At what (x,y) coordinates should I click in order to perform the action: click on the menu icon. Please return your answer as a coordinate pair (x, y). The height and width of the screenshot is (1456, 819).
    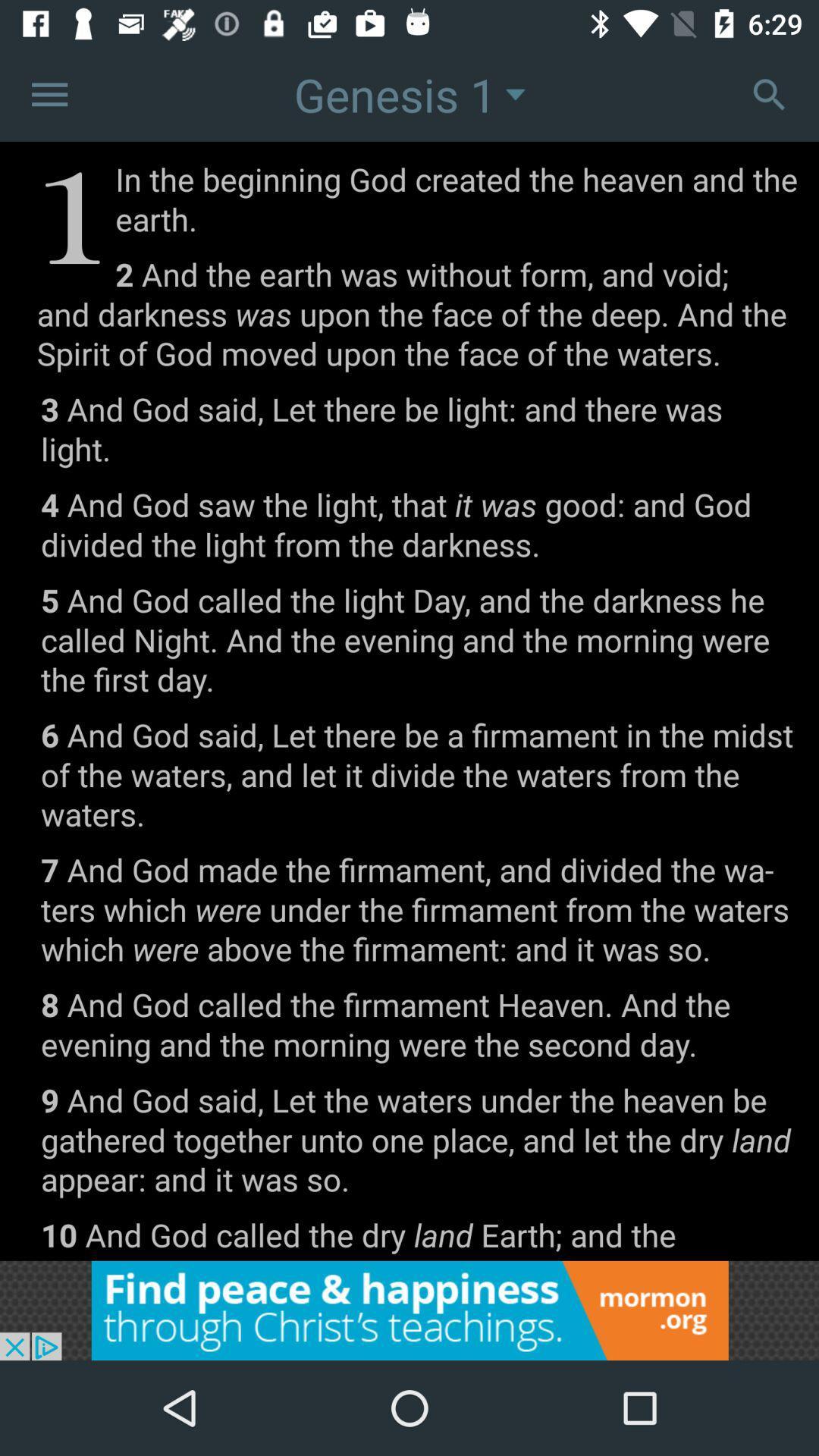
    Looking at the image, I should click on (49, 93).